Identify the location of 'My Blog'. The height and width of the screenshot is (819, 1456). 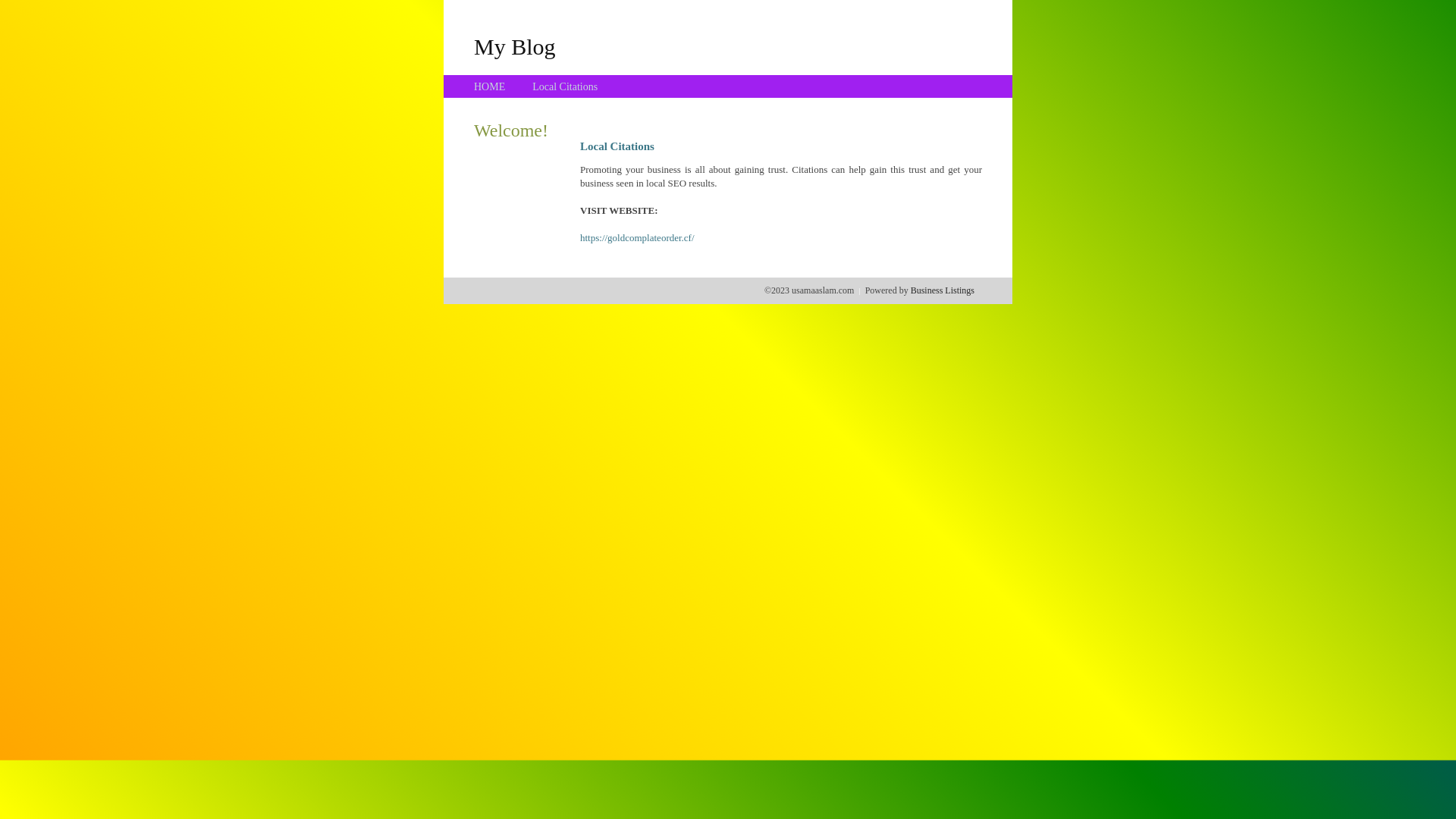
(514, 45).